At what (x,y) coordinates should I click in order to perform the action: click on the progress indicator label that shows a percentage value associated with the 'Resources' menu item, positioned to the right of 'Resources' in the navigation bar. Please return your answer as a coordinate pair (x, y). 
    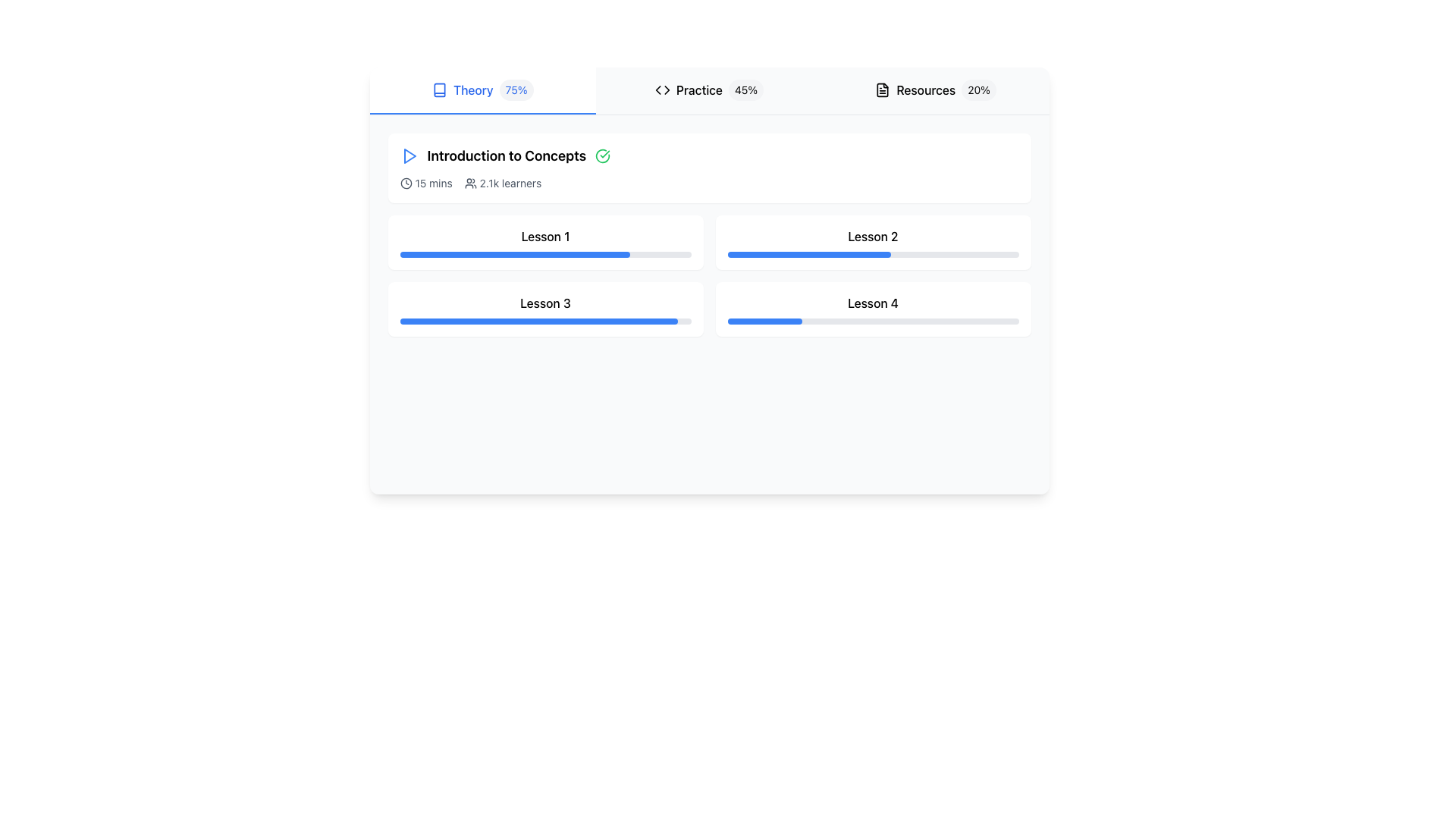
    Looking at the image, I should click on (979, 90).